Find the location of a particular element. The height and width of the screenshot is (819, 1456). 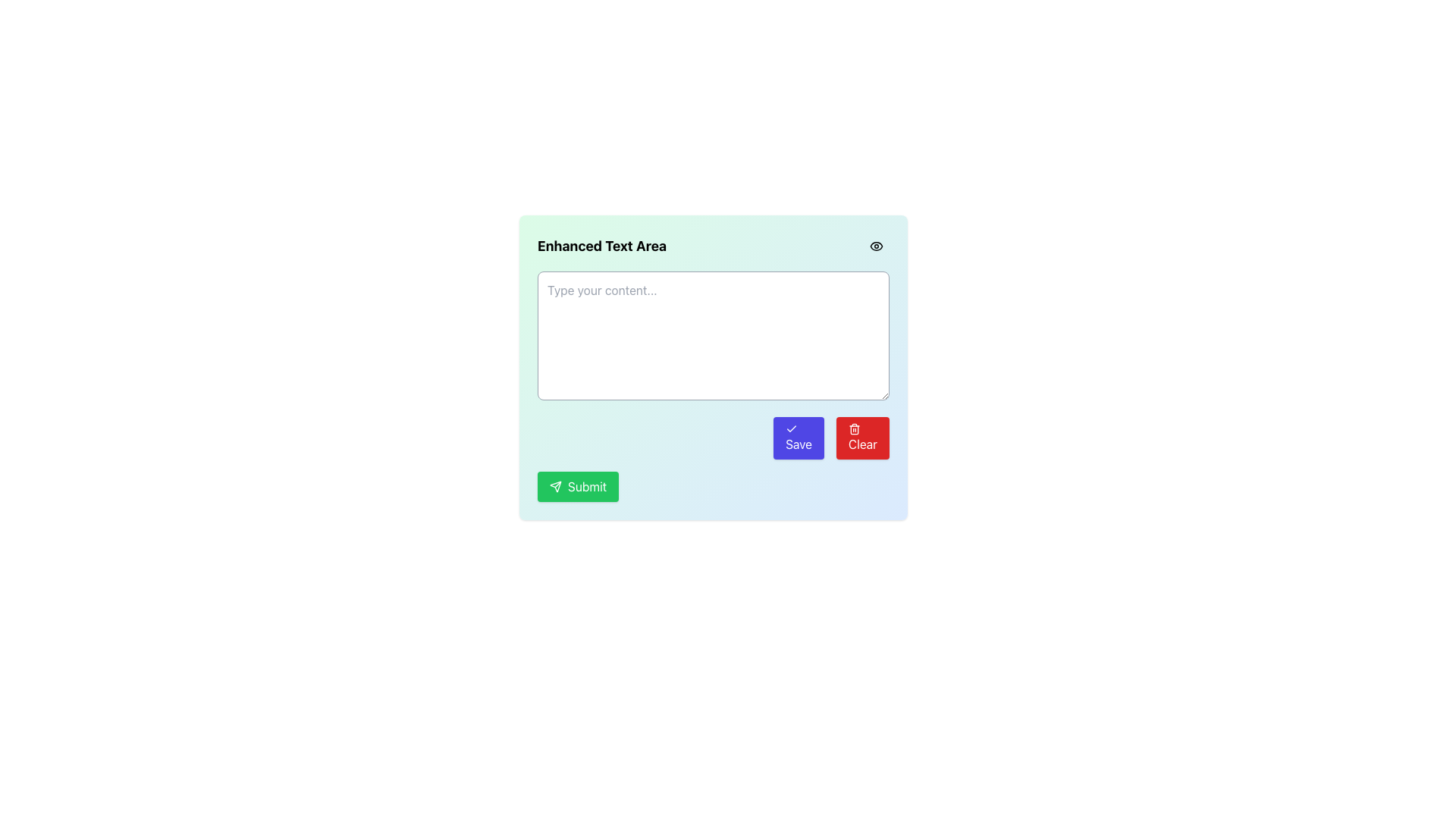

the 'Clear' button located at the bottom right of the content card is located at coordinates (862, 438).